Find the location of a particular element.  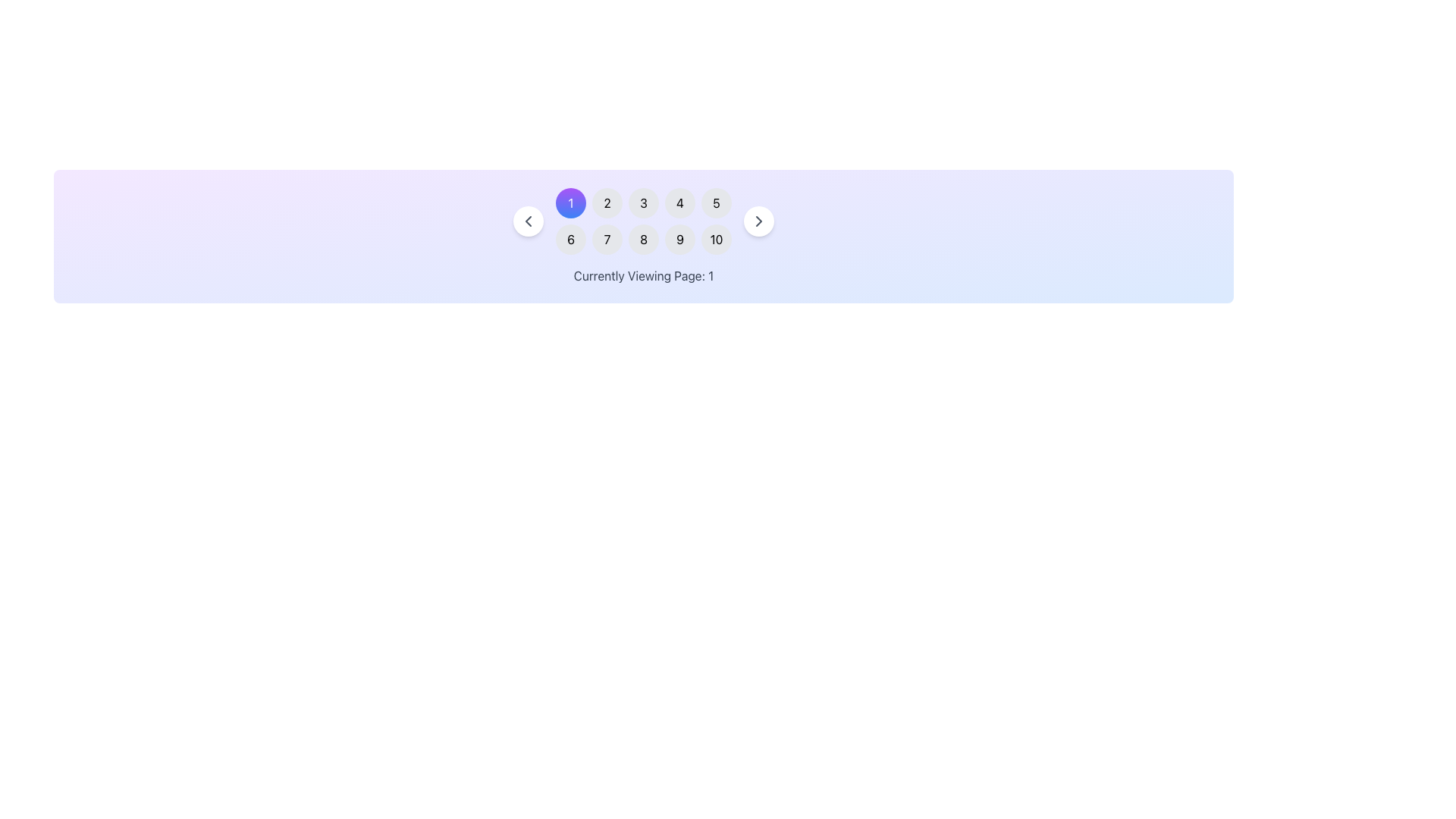

the circular button with a white background and a left-pointing chevron icon, located in the pagination area to the left of the numeric page buttons is located at coordinates (528, 221).